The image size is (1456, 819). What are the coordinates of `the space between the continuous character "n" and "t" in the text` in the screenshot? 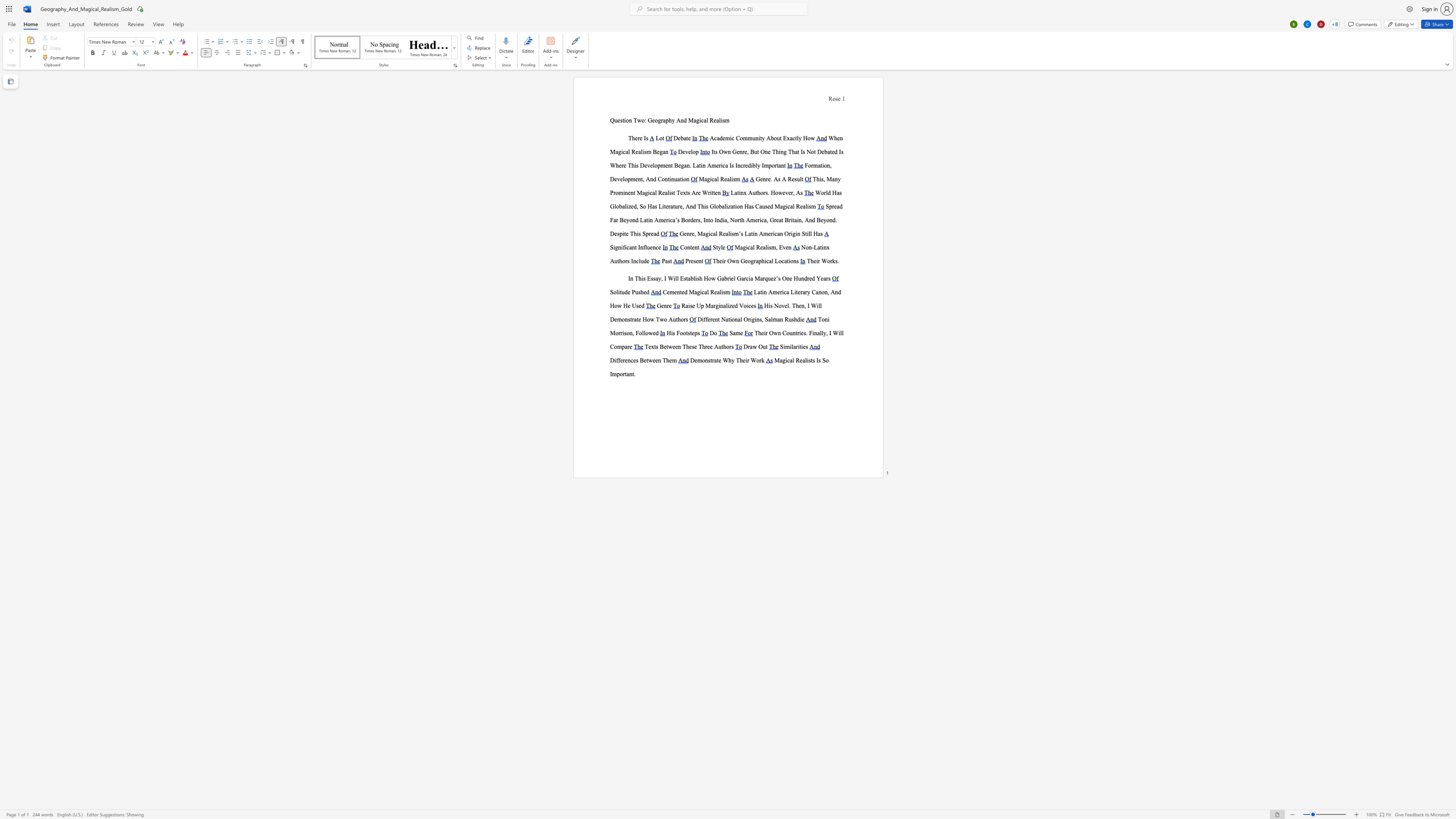 It's located at (634, 247).